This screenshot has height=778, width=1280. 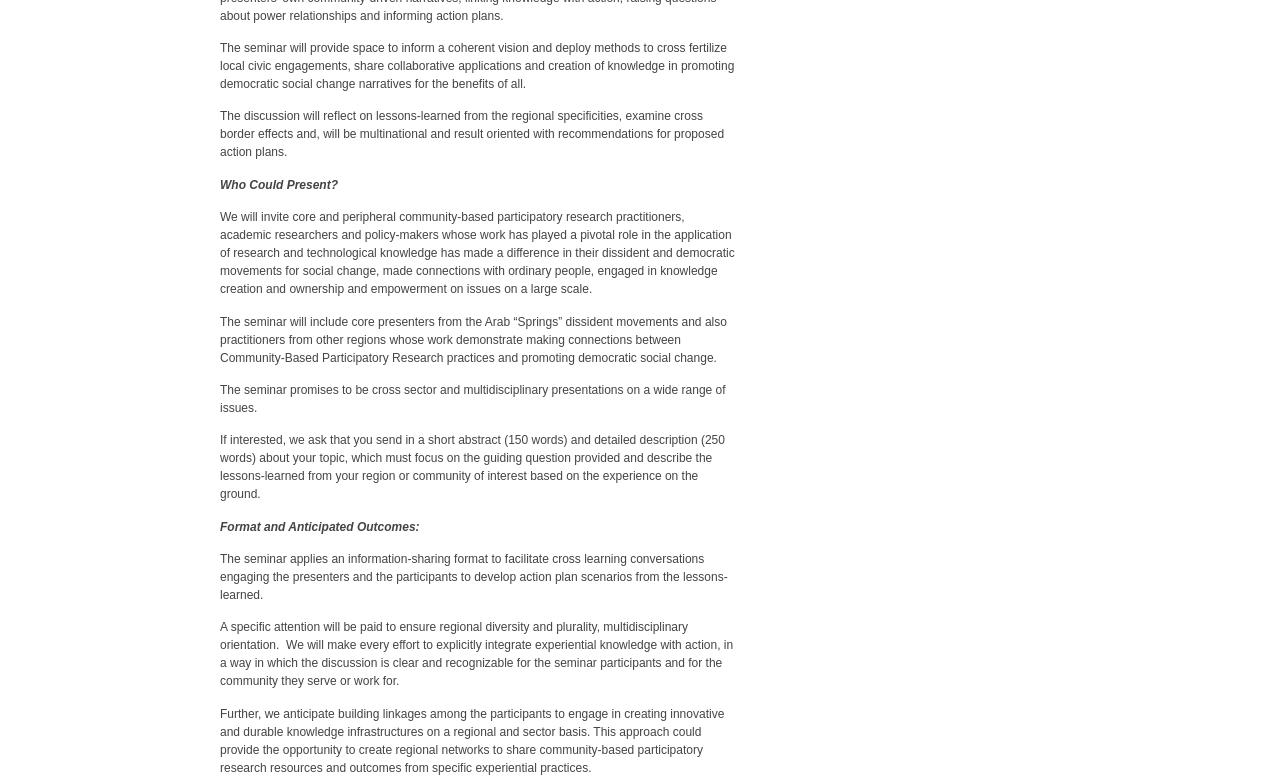 I want to click on 'Who Could Present?', so click(x=278, y=183).